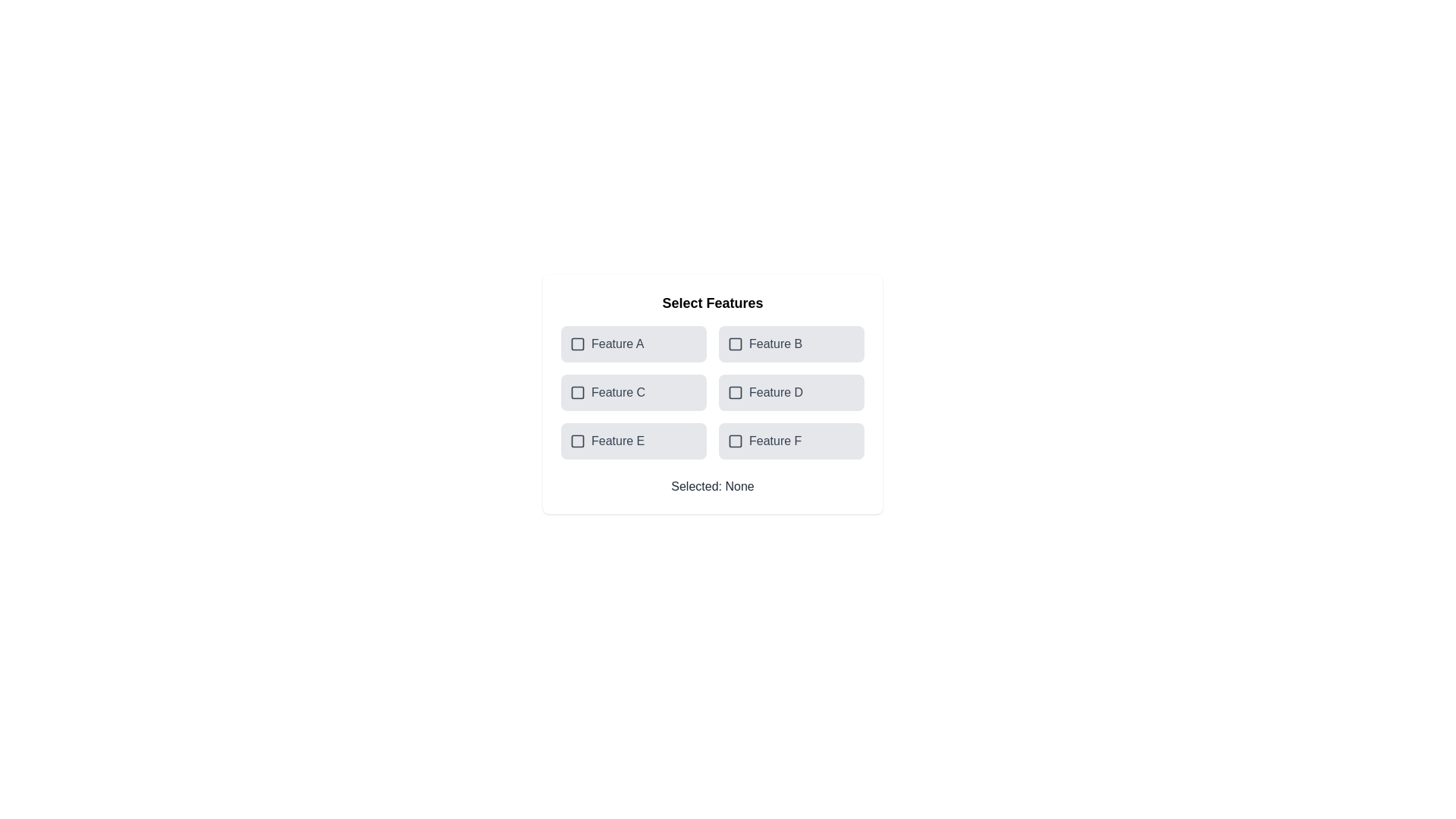  I want to click on the checkbox associated with the feature labeled 'Feature F', located to the left of the static text label in the bottom-right corner of the grid, so click(760, 441).